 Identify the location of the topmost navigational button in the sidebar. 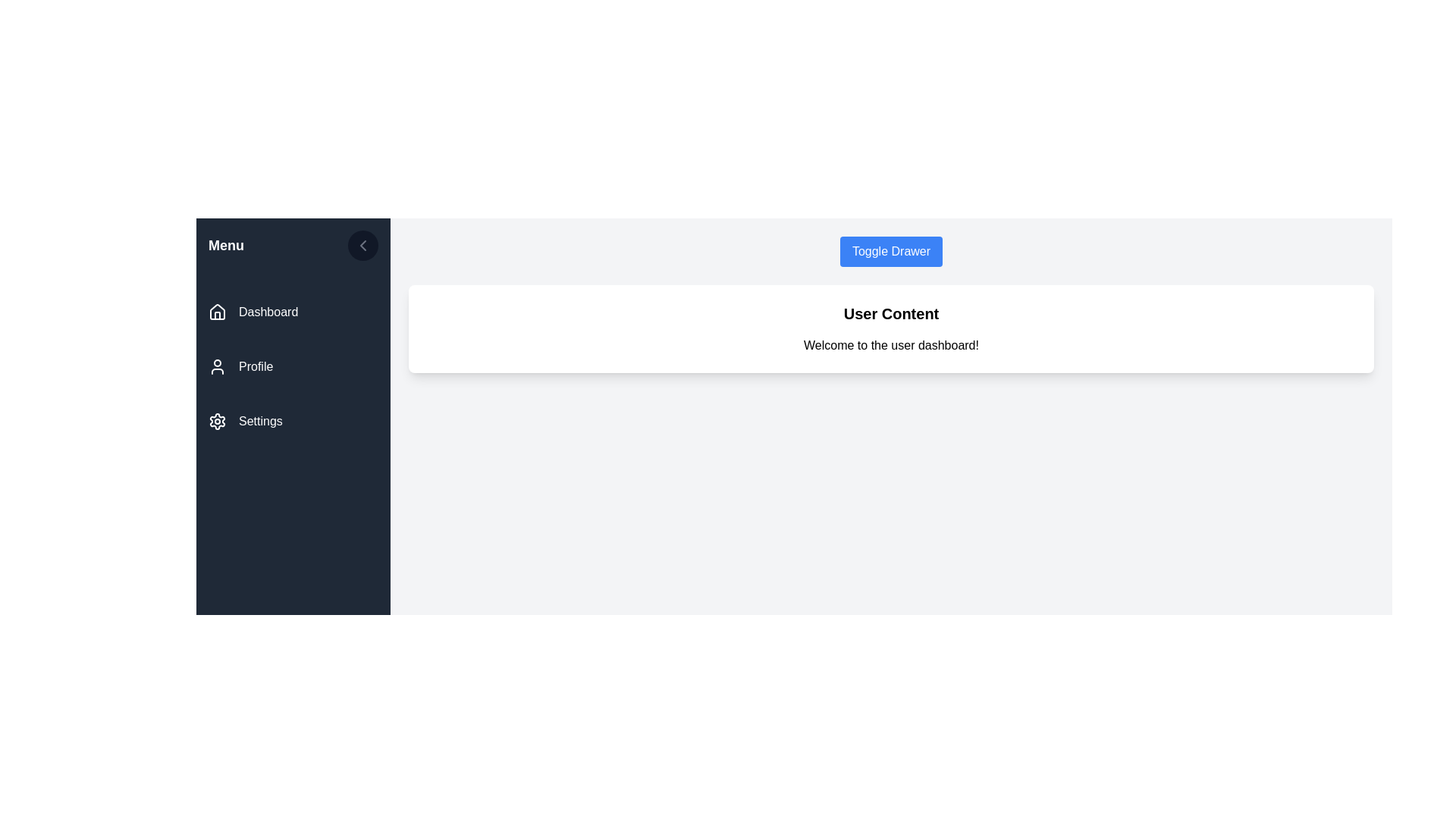
(293, 312).